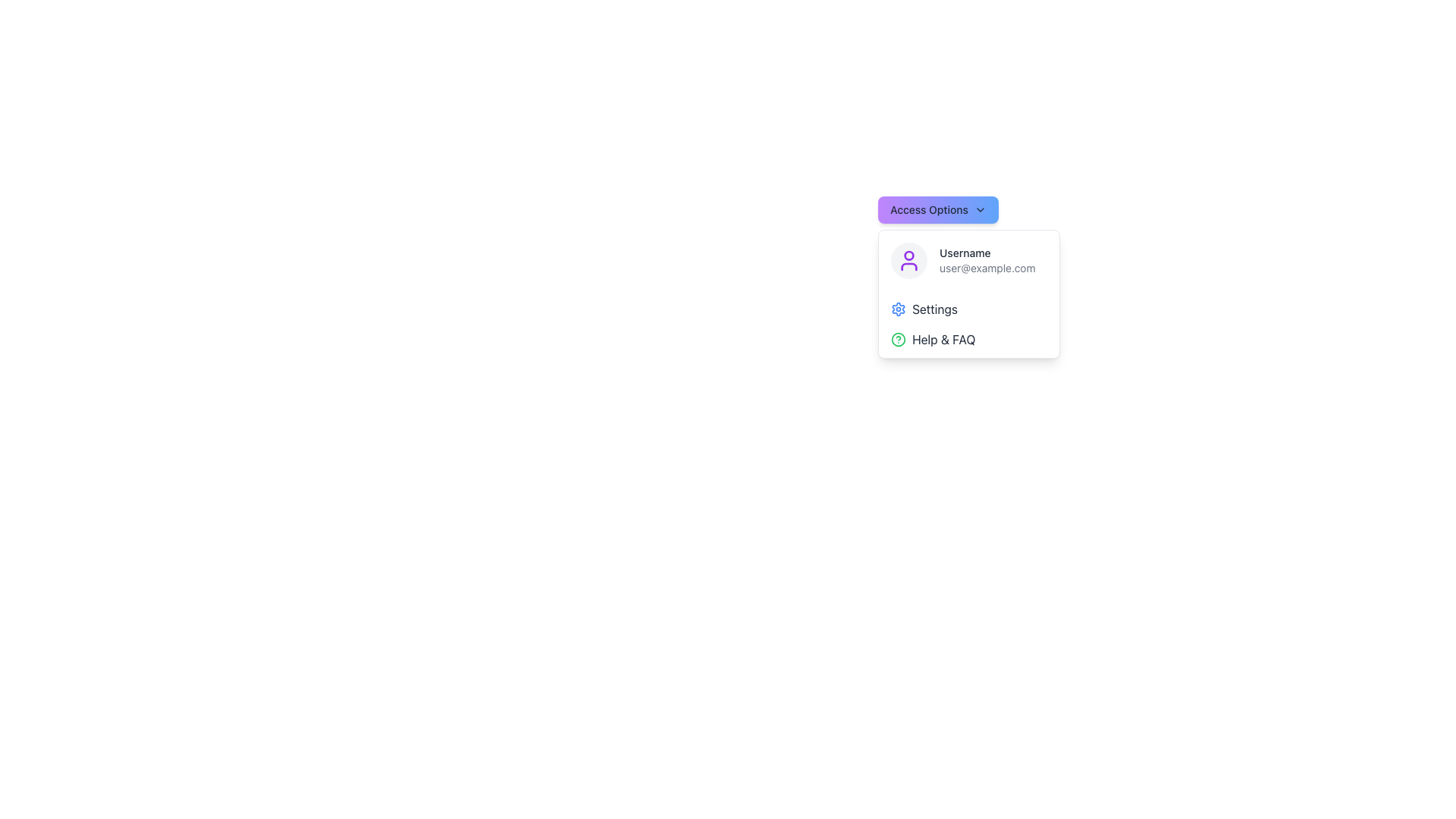 This screenshot has height=819, width=1456. Describe the element at coordinates (987, 259) in the screenshot. I see `the Text Display containing 'Username' and 'user@example.com' which is located within a dropdown menu to the right of the user icon` at that location.